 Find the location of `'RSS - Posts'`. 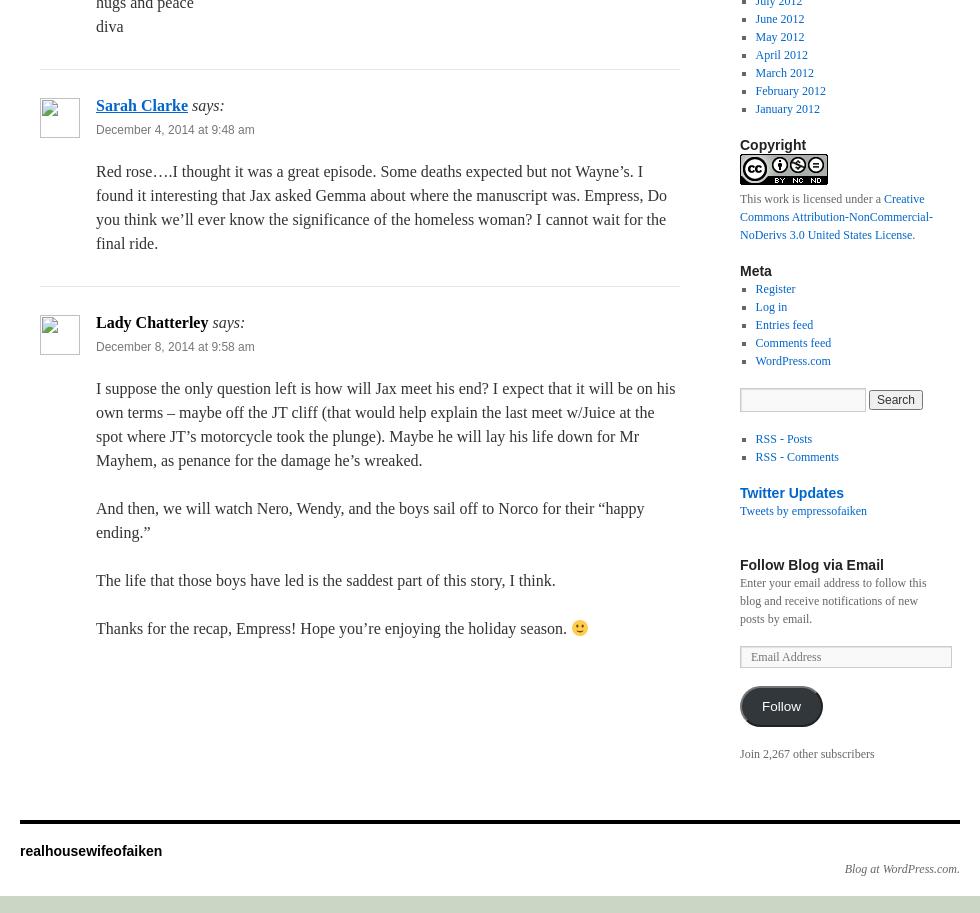

'RSS - Posts' is located at coordinates (783, 437).